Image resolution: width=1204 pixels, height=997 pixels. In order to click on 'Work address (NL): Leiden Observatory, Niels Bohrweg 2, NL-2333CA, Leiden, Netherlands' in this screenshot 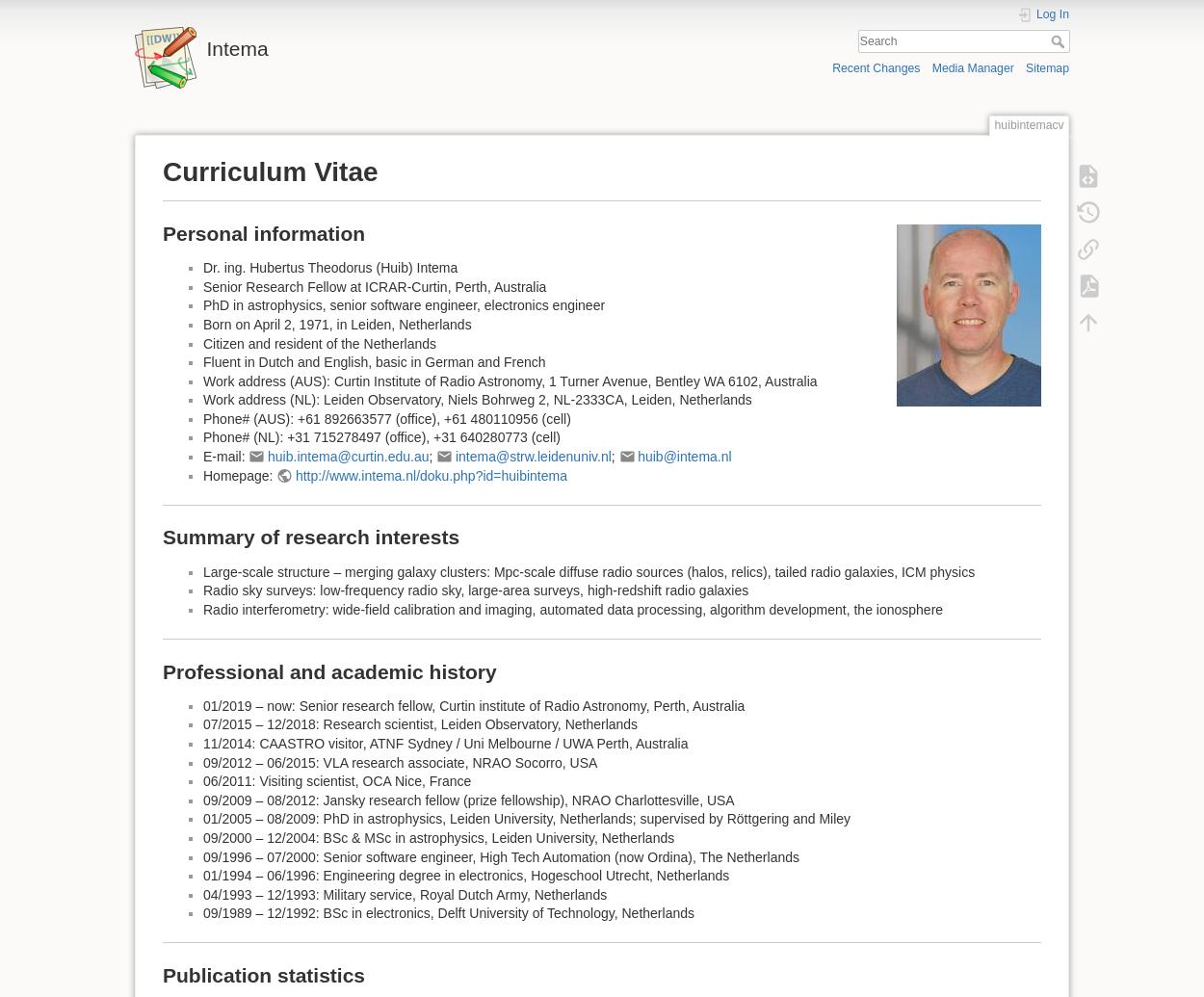, I will do `click(476, 400)`.